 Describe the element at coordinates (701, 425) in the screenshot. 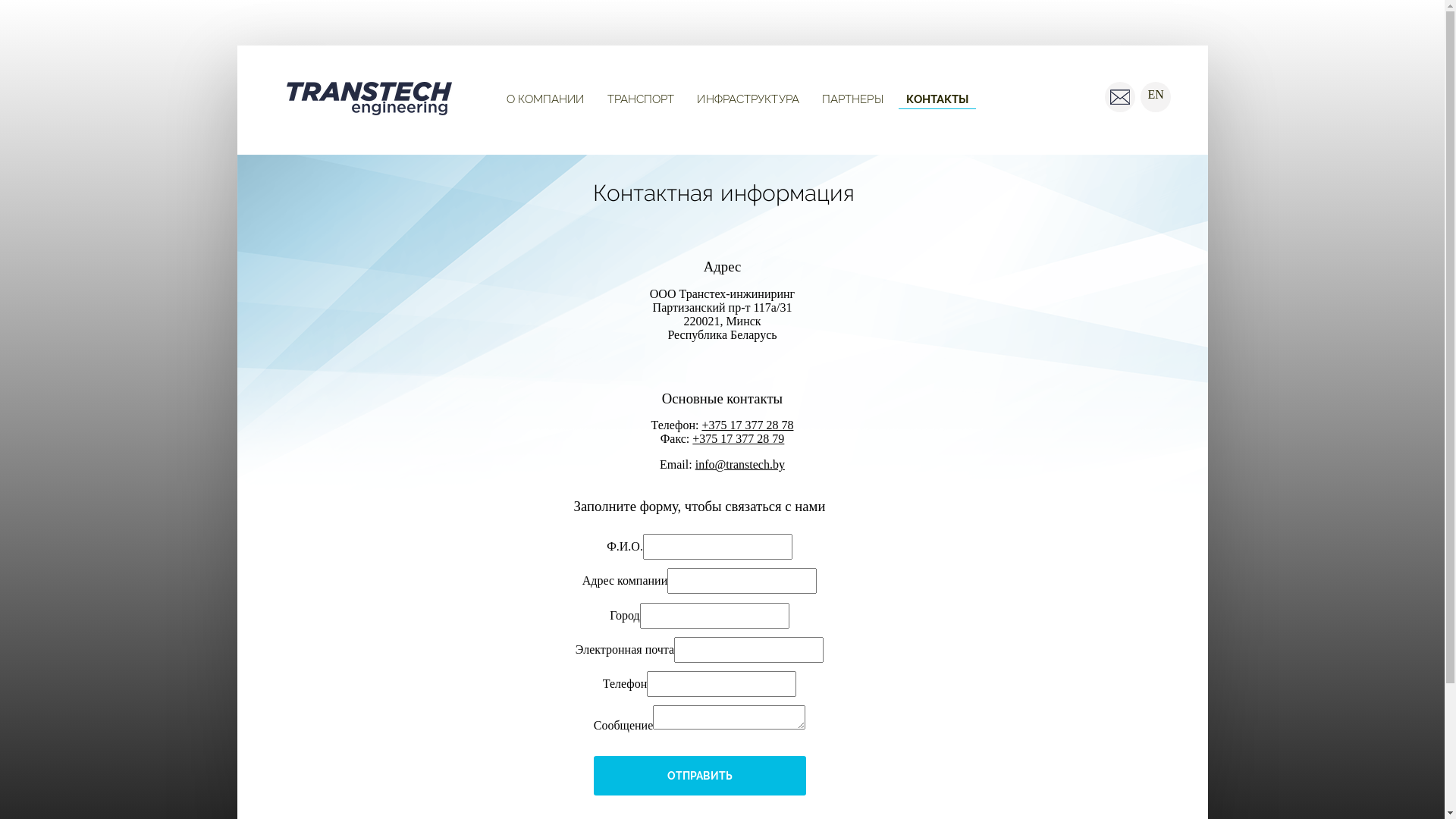

I see `'+375 17 377 28 78'` at that location.